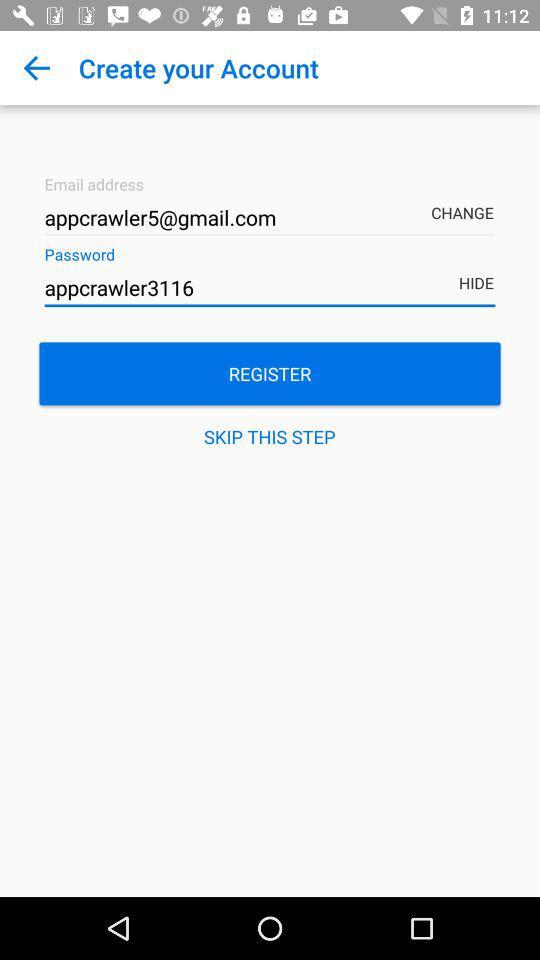 The width and height of the screenshot is (540, 960). I want to click on the icon below register, so click(269, 436).